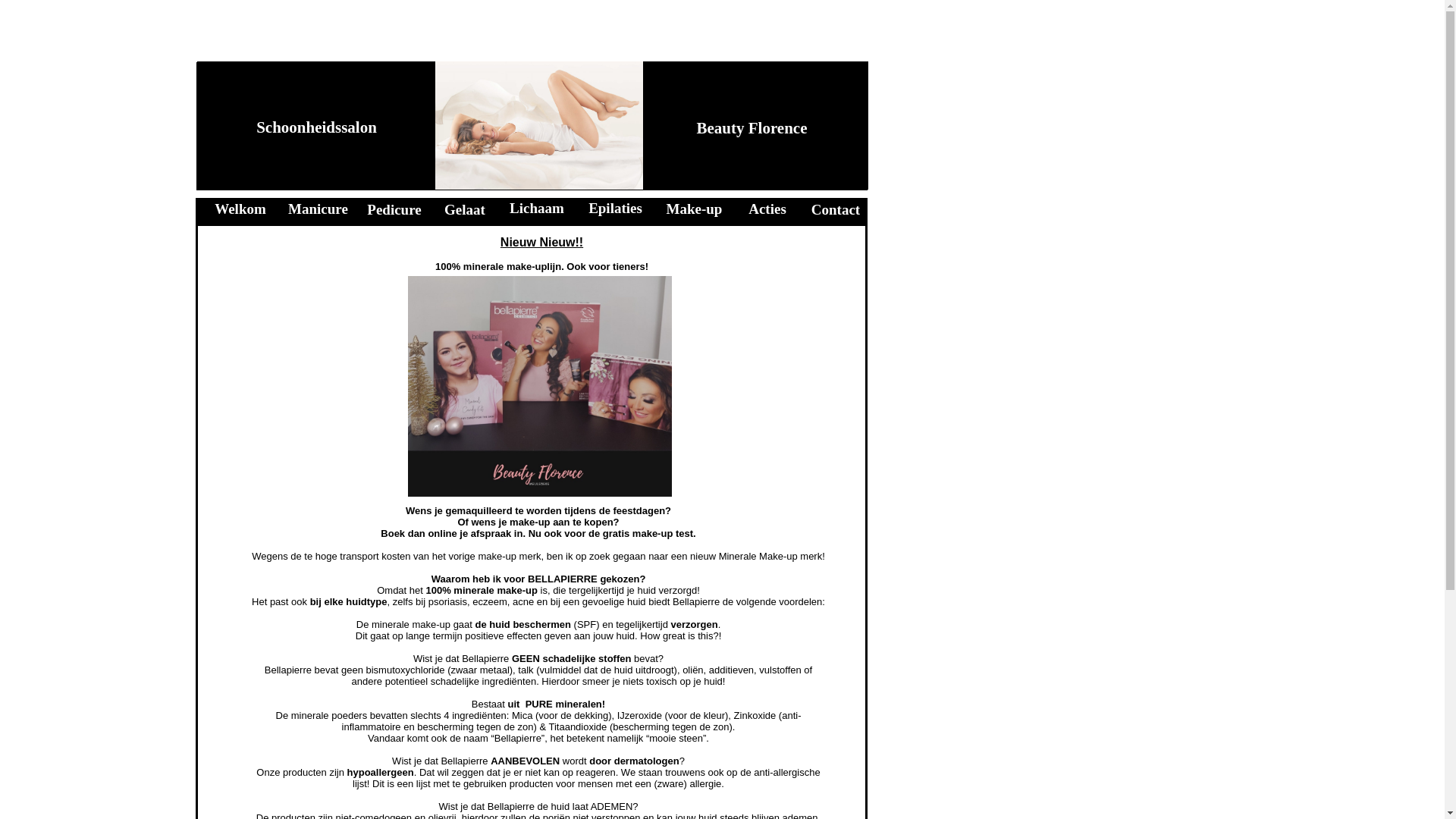 Image resolution: width=1456 pixels, height=819 pixels. What do you see at coordinates (394, 209) in the screenshot?
I see `'Pedicure'` at bounding box center [394, 209].